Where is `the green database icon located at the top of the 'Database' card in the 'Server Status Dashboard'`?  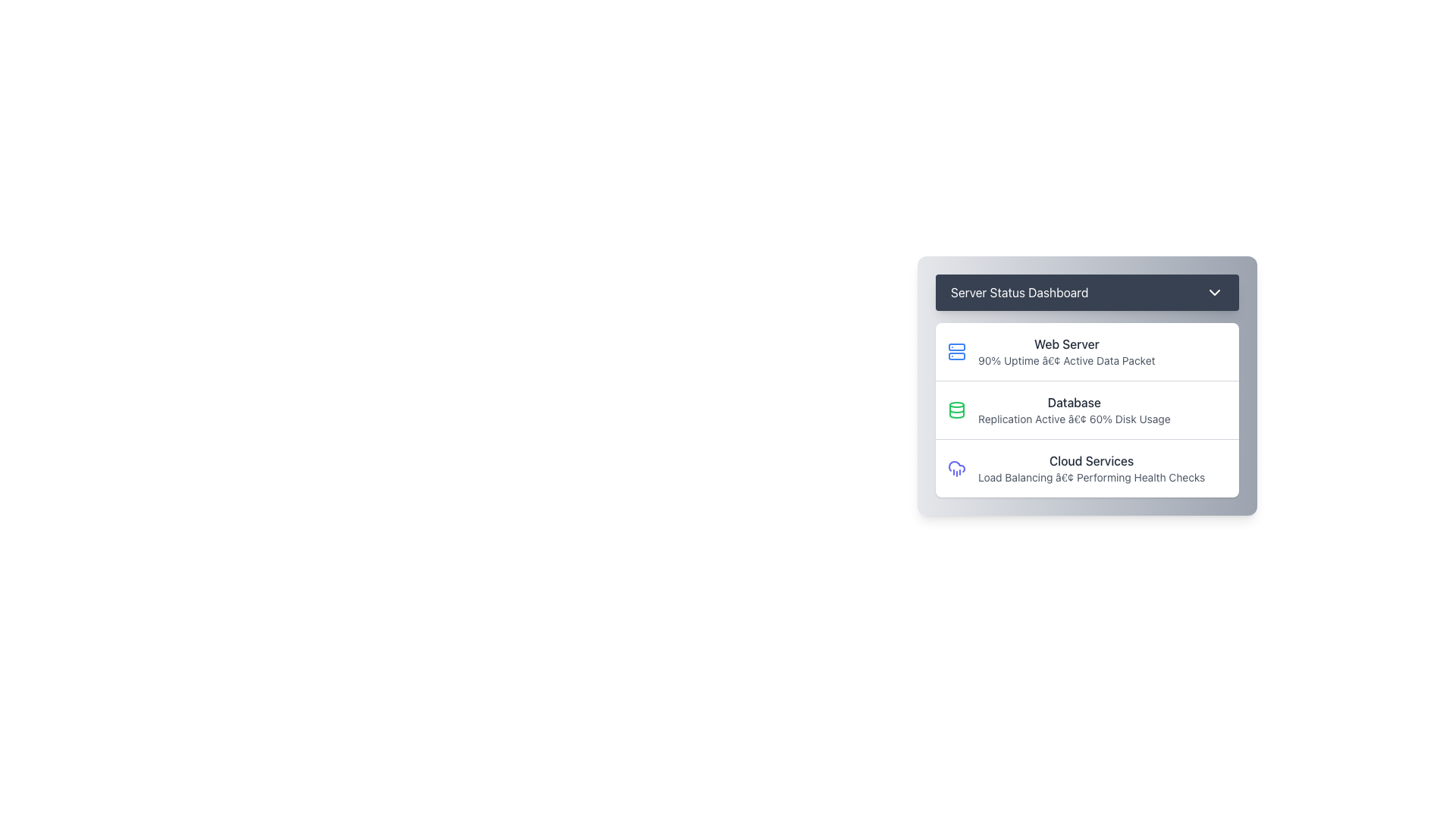
the green database icon located at the top of the 'Database' card in the 'Server Status Dashboard' is located at coordinates (956, 409).